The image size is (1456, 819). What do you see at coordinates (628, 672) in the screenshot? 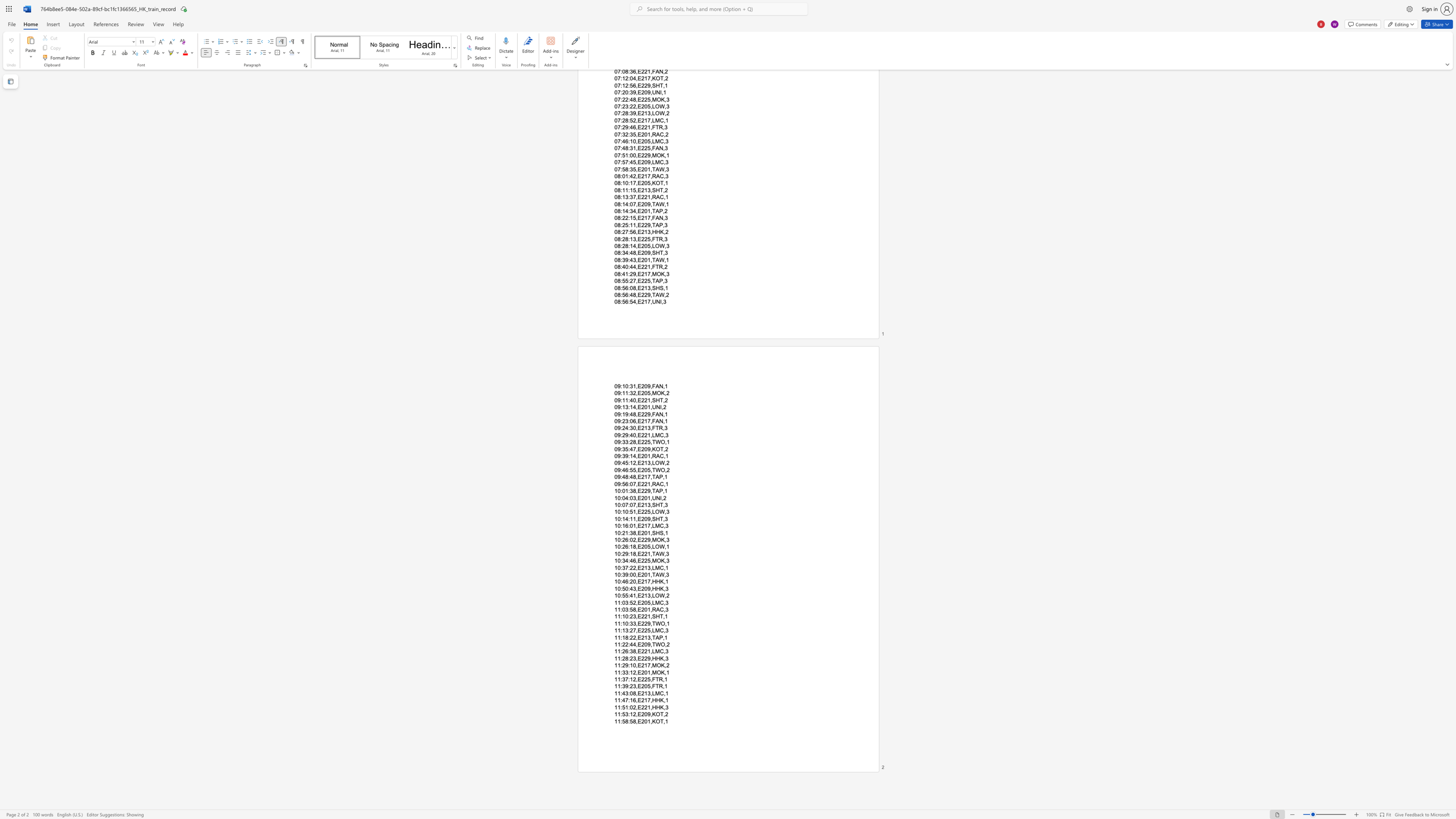
I see `the space between the continuous character "3" and ":" in the text` at bounding box center [628, 672].